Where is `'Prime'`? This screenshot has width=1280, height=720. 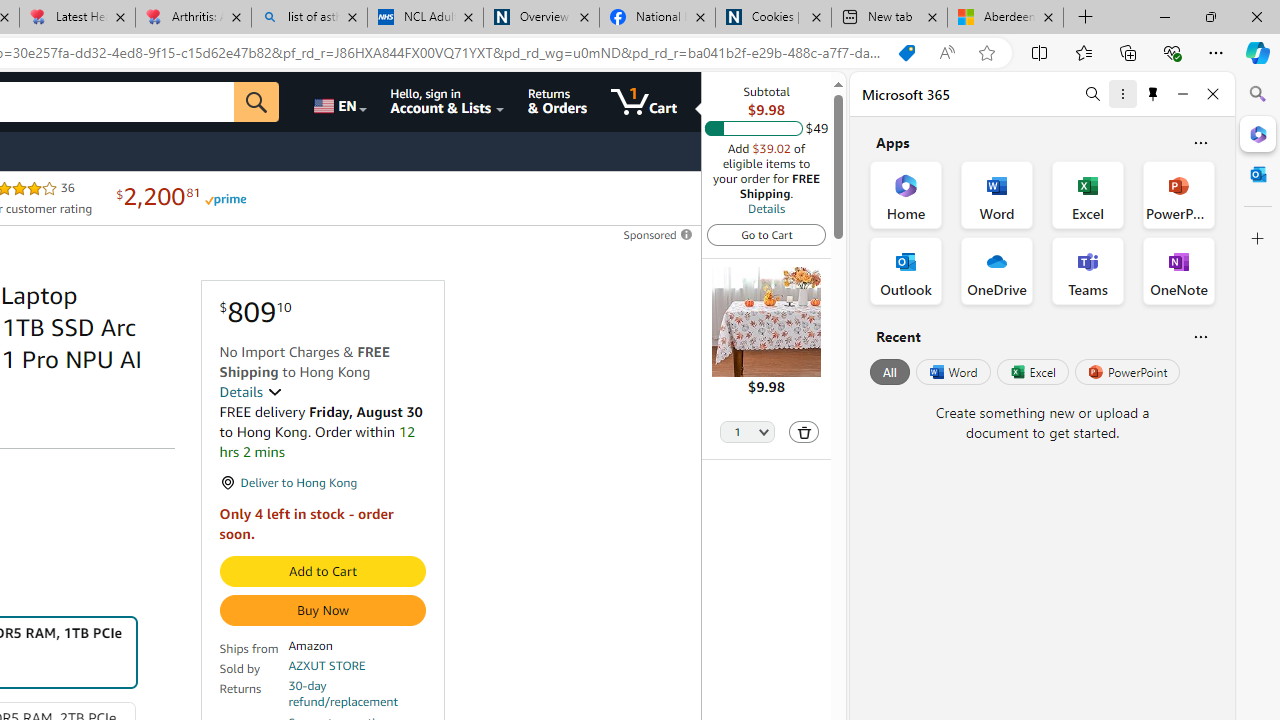 'Prime' is located at coordinates (224, 199).